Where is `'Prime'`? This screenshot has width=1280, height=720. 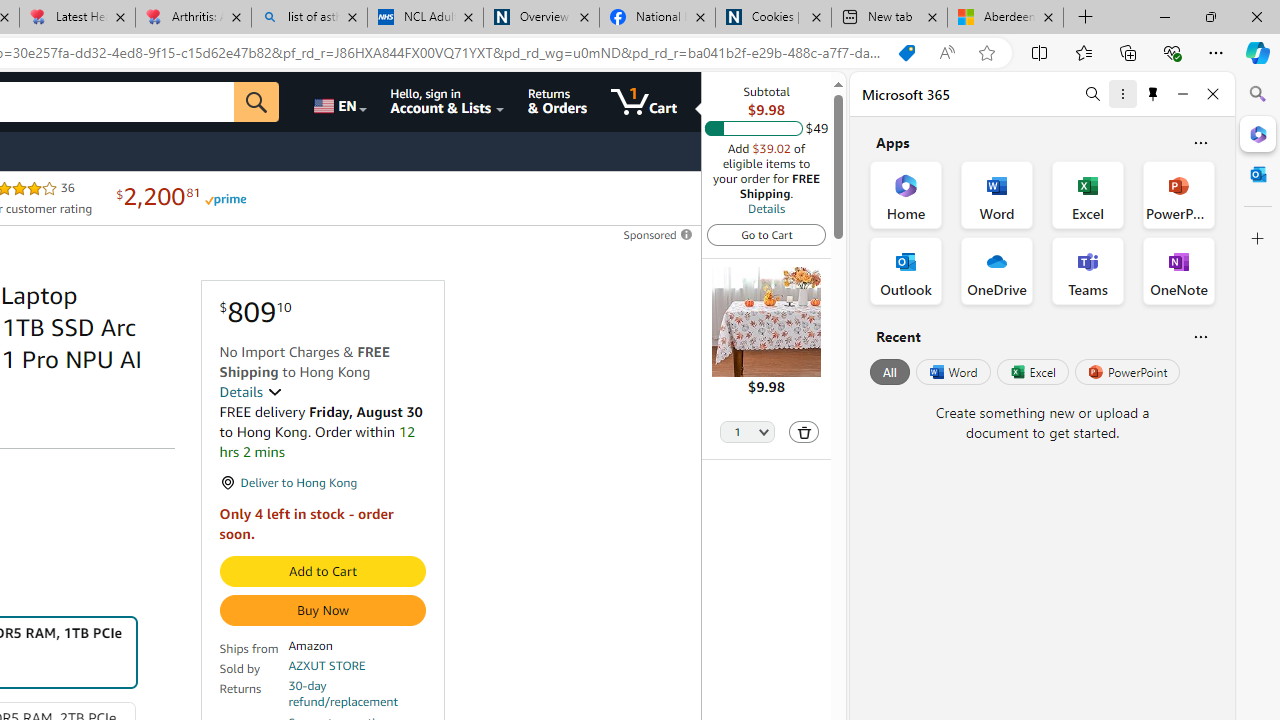 'Prime' is located at coordinates (224, 199).